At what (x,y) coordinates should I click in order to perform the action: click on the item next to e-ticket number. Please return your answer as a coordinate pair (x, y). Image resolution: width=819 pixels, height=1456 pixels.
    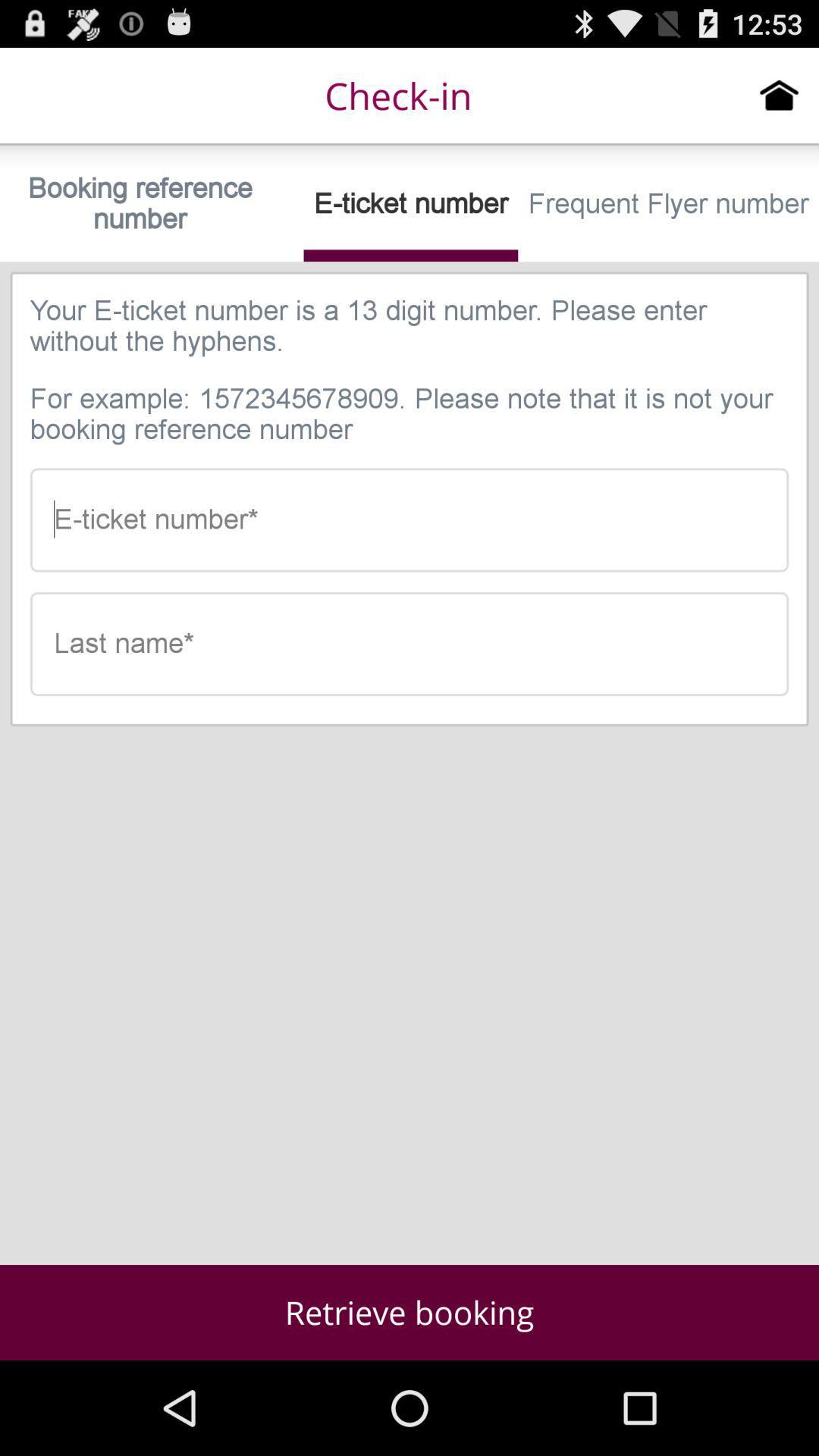
    Looking at the image, I should click on (667, 202).